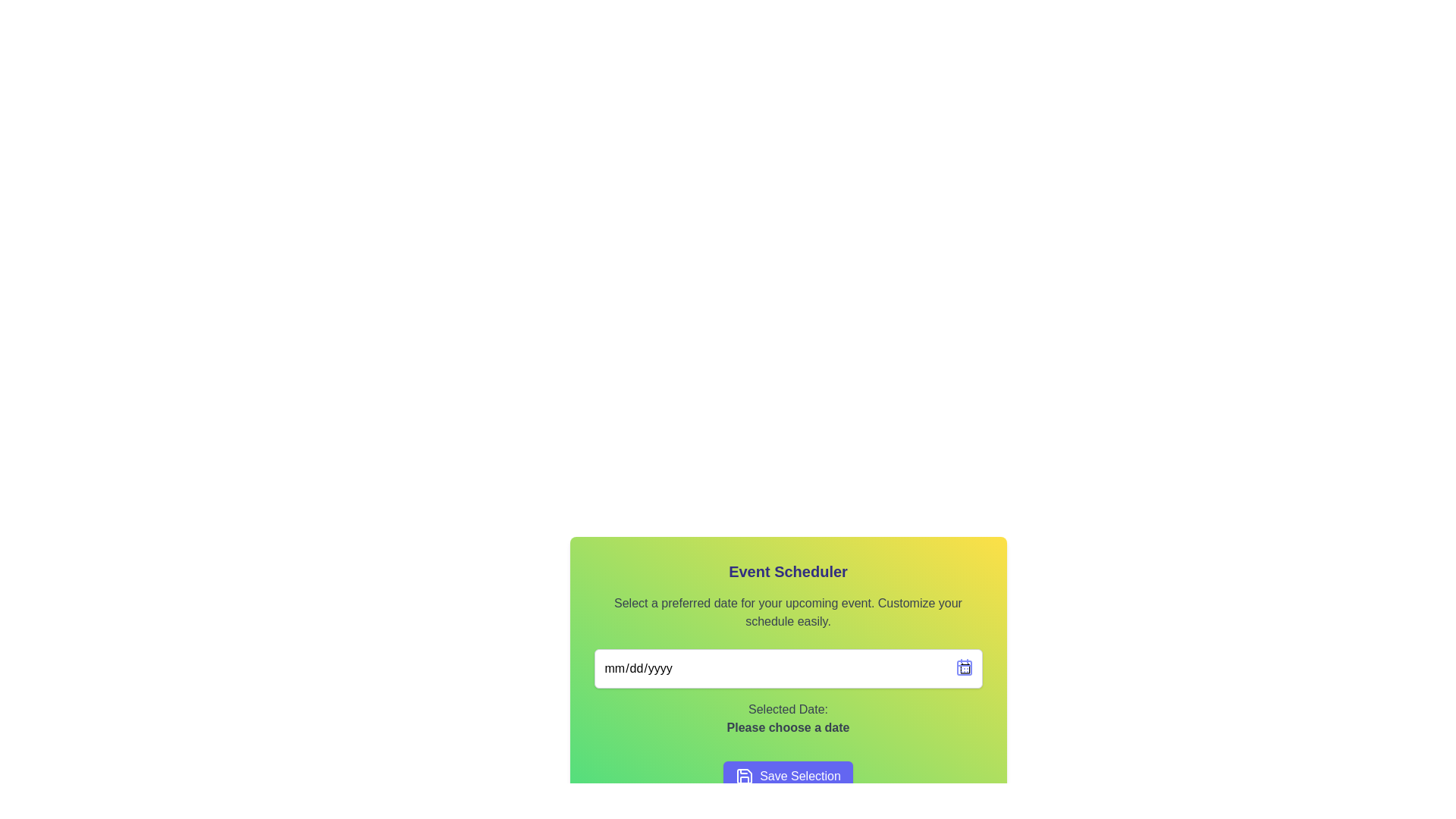  Describe the element at coordinates (788, 675) in the screenshot. I see `a date in the input box located in the central Form section of the UI, which is surrounded by text elements above and a button below` at that location.